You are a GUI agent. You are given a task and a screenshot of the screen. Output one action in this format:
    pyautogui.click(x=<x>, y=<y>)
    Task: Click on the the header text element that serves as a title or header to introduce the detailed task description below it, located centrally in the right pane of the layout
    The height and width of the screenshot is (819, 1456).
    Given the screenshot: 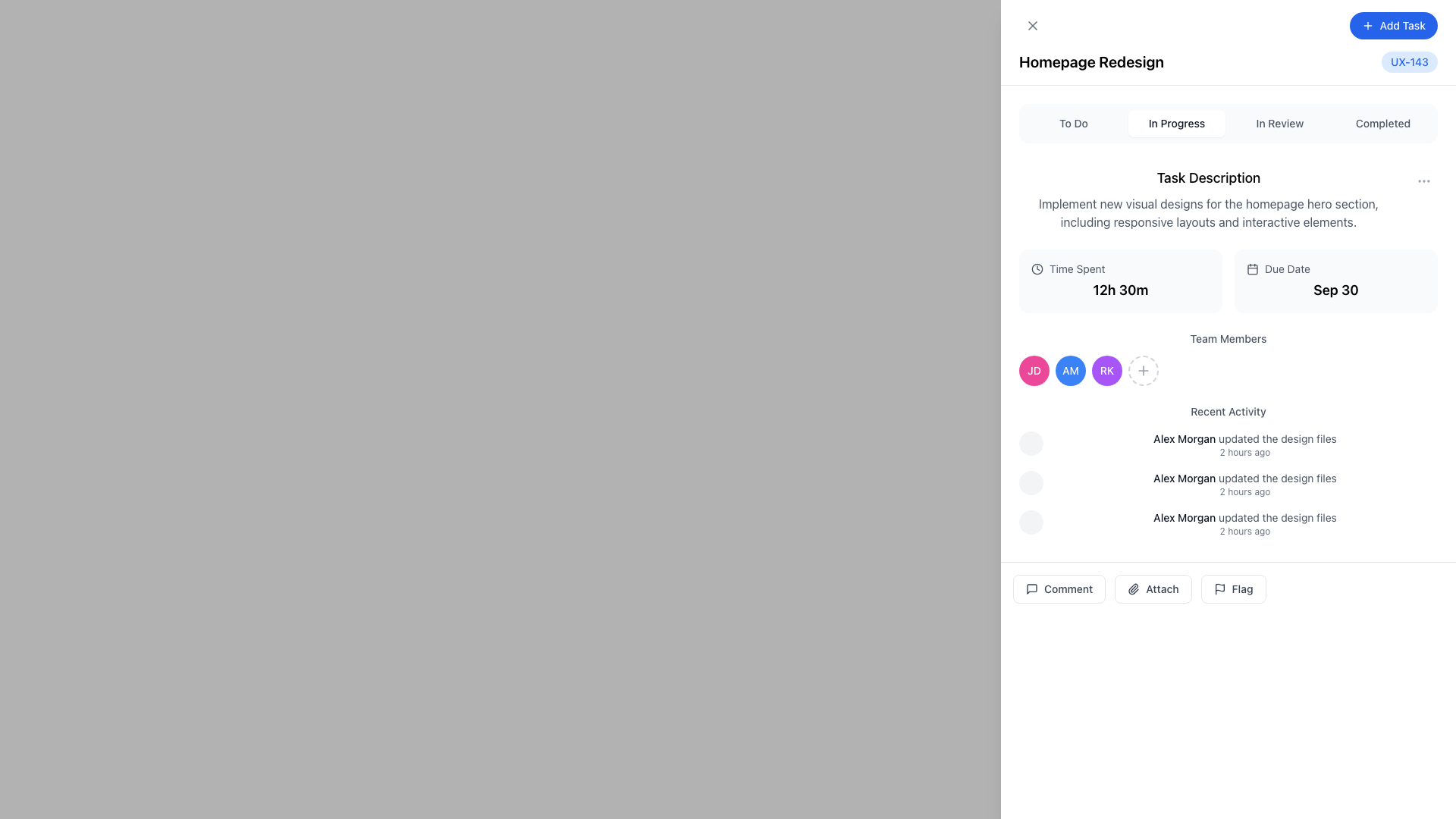 What is the action you would take?
    pyautogui.click(x=1207, y=177)
    